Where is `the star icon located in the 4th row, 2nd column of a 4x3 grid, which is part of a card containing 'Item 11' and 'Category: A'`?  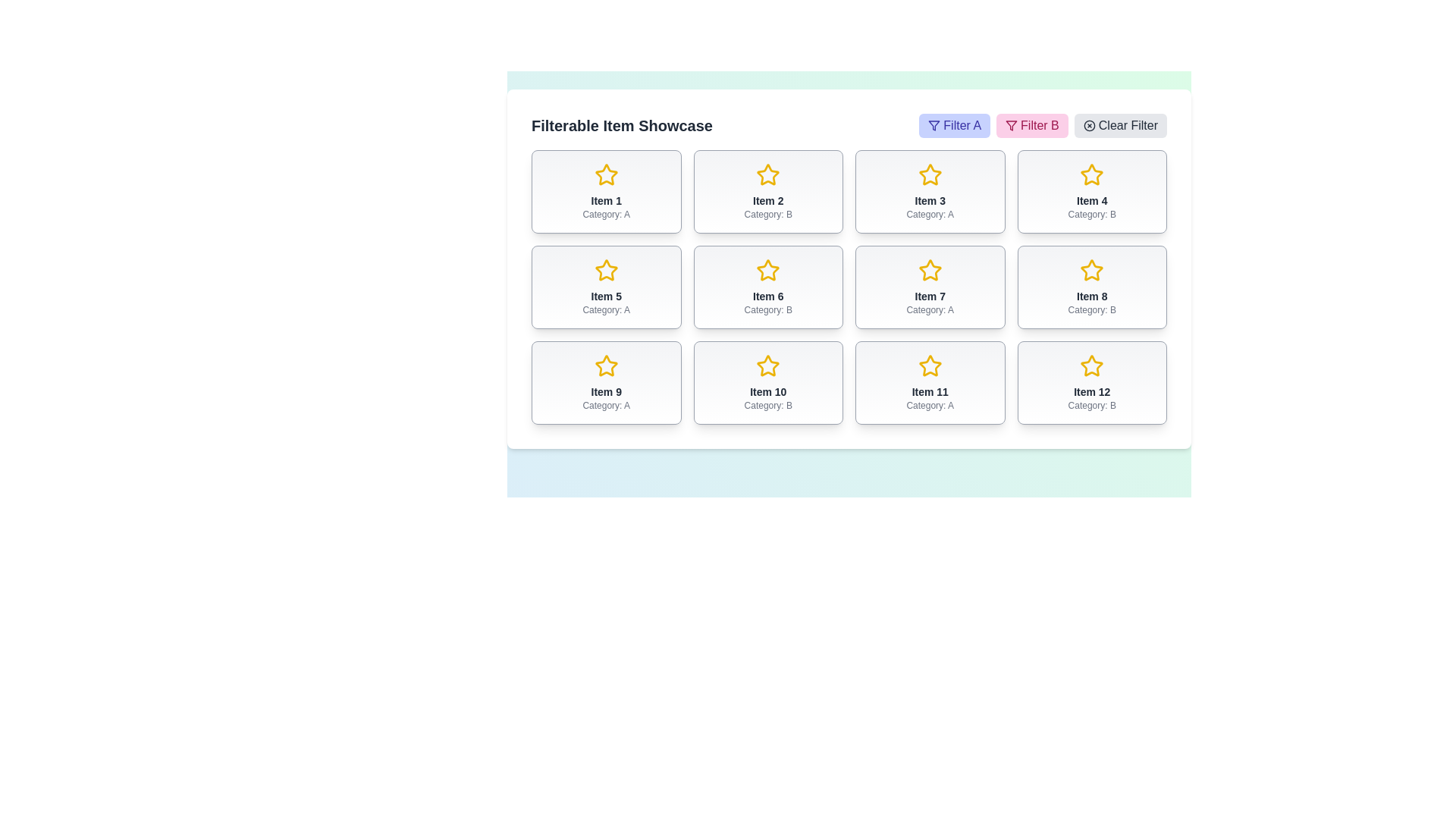
the star icon located in the 4th row, 2nd column of a 4x3 grid, which is part of a card containing 'Item 11' and 'Category: A' is located at coordinates (929, 366).